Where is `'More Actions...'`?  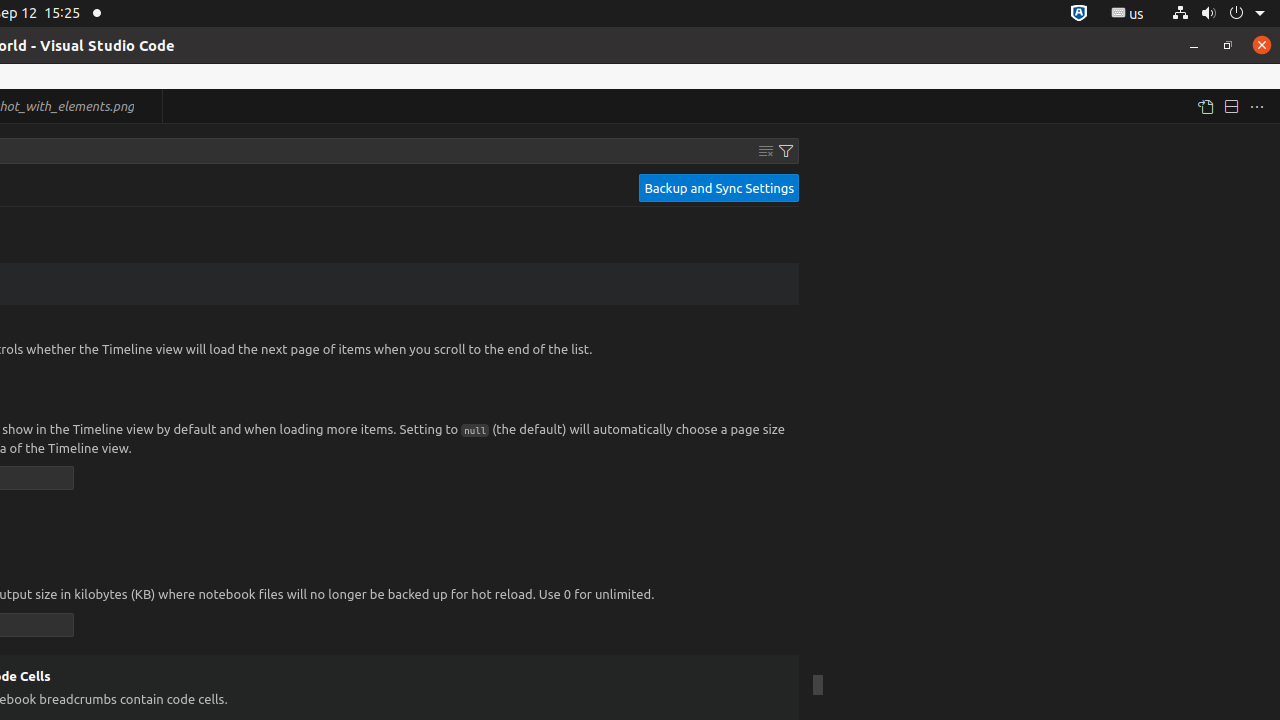
'More Actions...' is located at coordinates (1255, 106).